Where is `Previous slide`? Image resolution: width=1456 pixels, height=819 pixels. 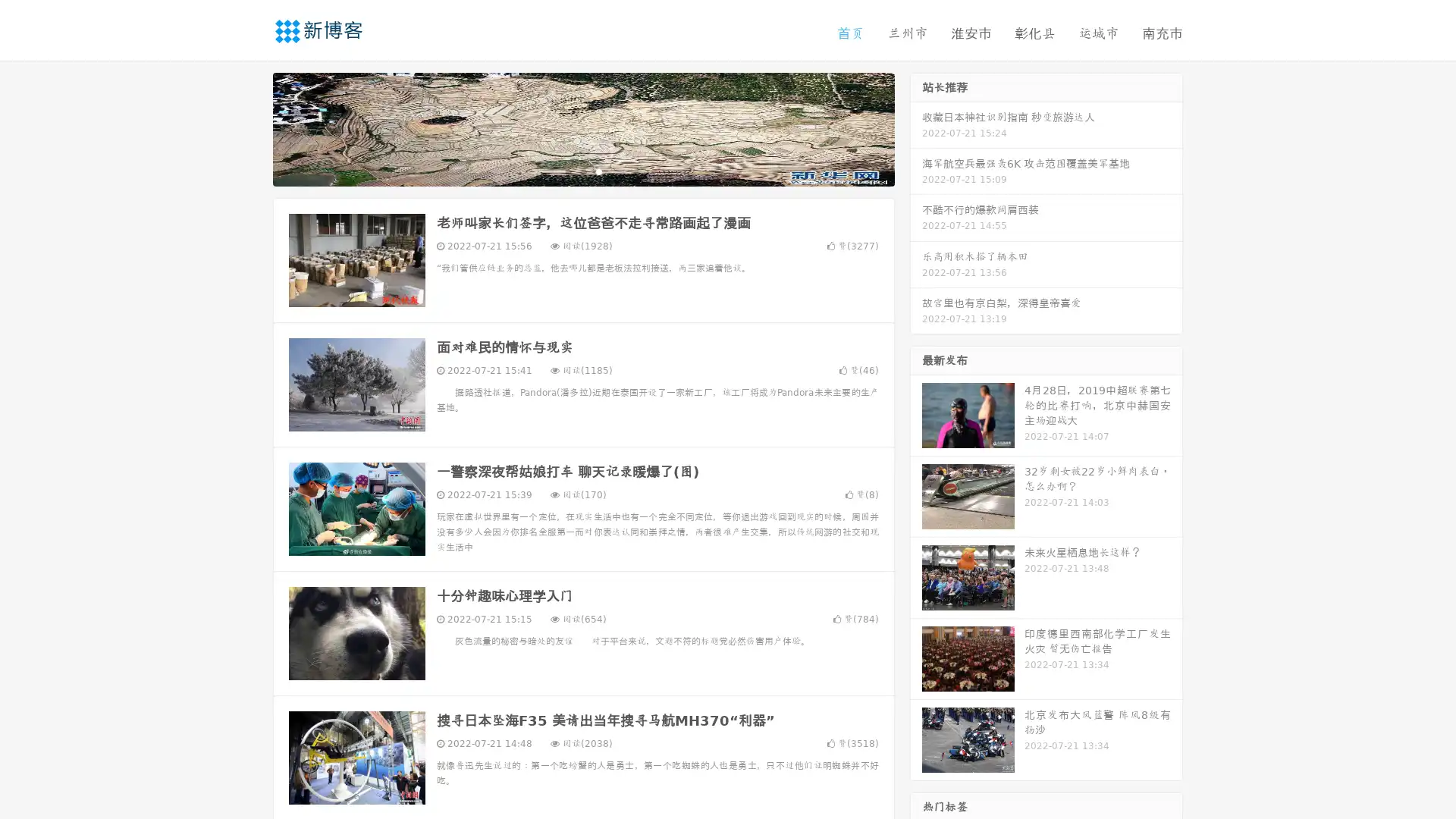 Previous slide is located at coordinates (250, 127).